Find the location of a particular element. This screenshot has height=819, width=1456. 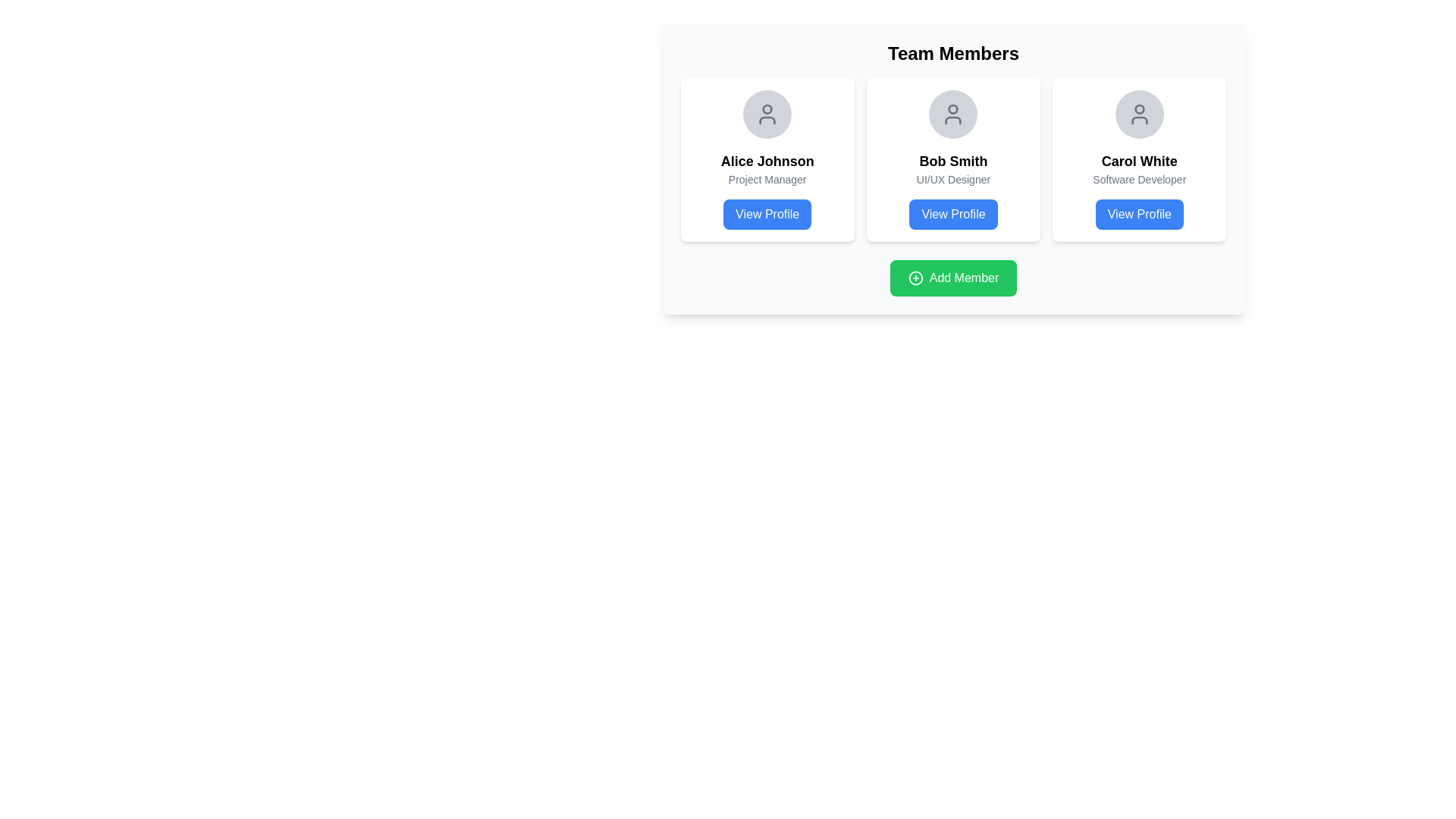

the profile image icon for Bob Smith, UI/UX Designer, located in the center of the three cards under the 'Team Members' heading is located at coordinates (952, 113).